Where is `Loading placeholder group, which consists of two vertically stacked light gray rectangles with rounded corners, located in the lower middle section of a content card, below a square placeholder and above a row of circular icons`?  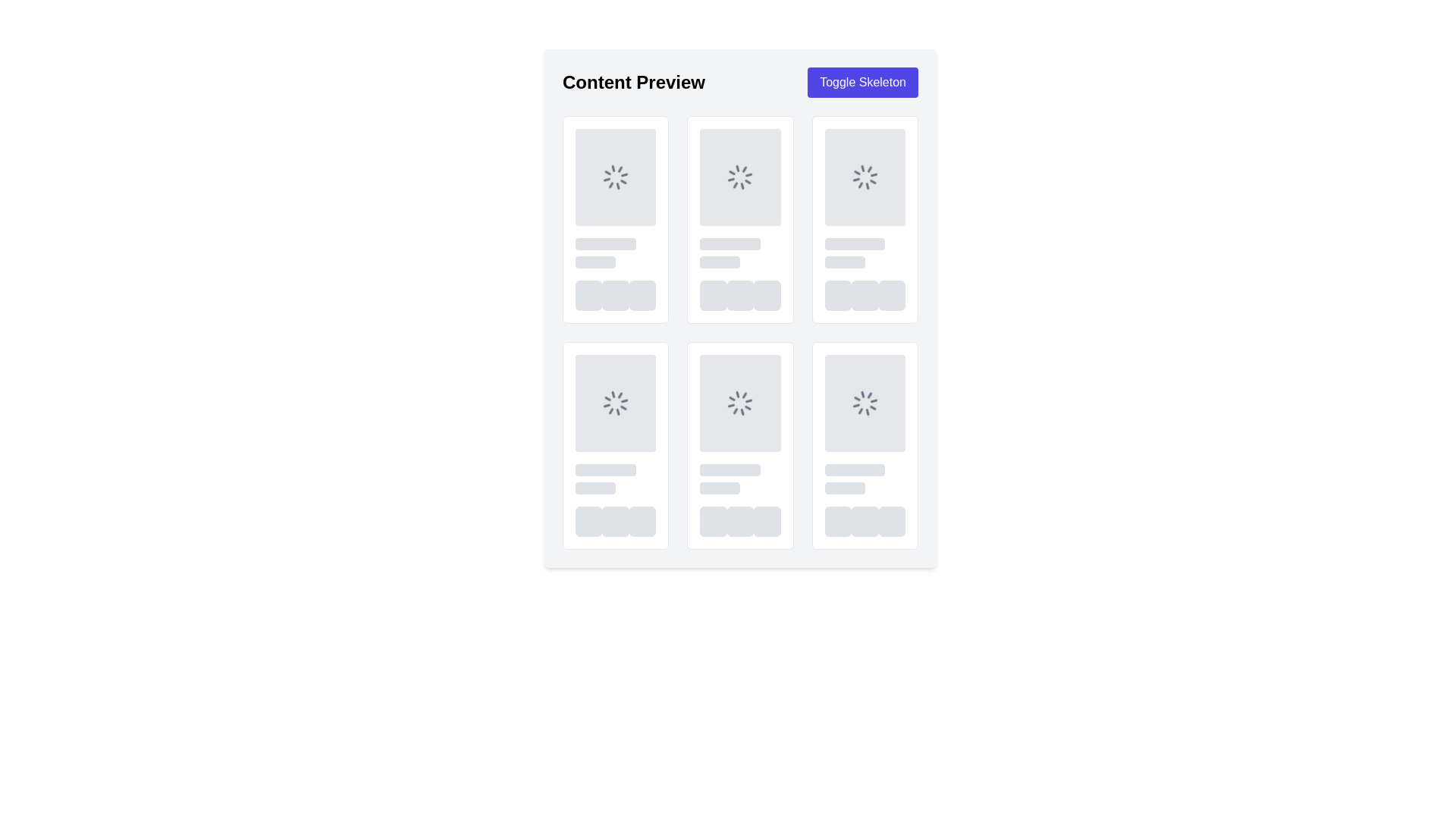 Loading placeholder group, which consists of two vertically stacked light gray rectangles with rounded corners, located in the lower middle section of a content card, below a square placeholder and above a row of circular icons is located at coordinates (616, 253).